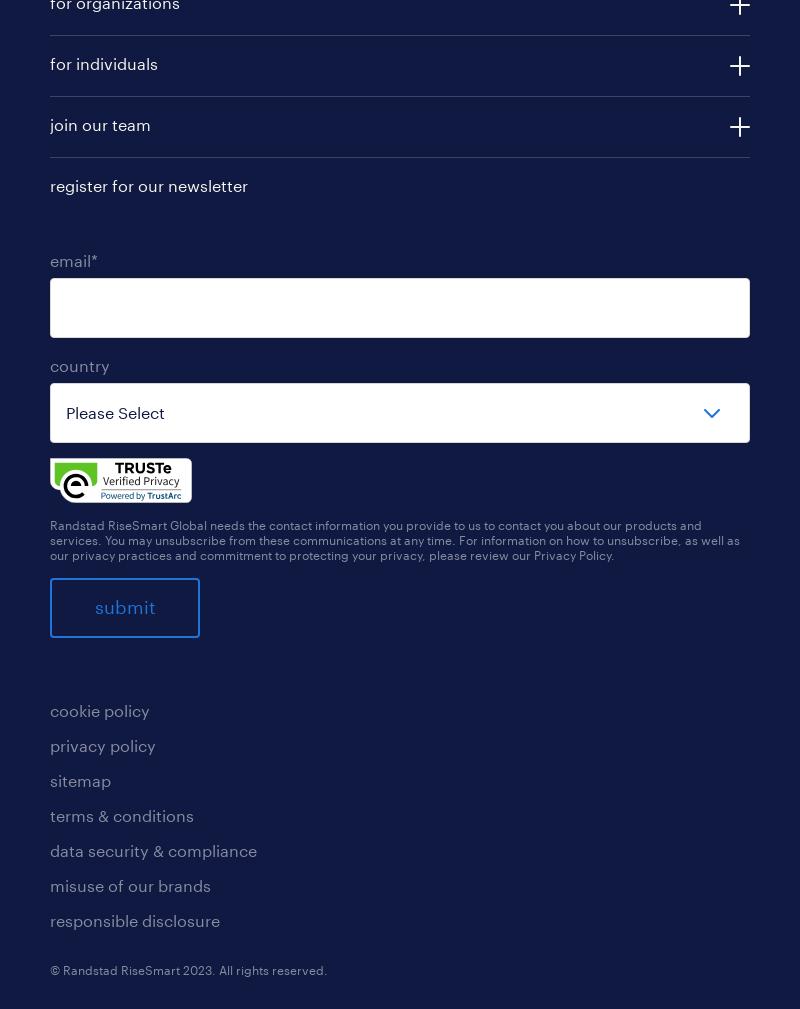  I want to click on '*', so click(91, 258).